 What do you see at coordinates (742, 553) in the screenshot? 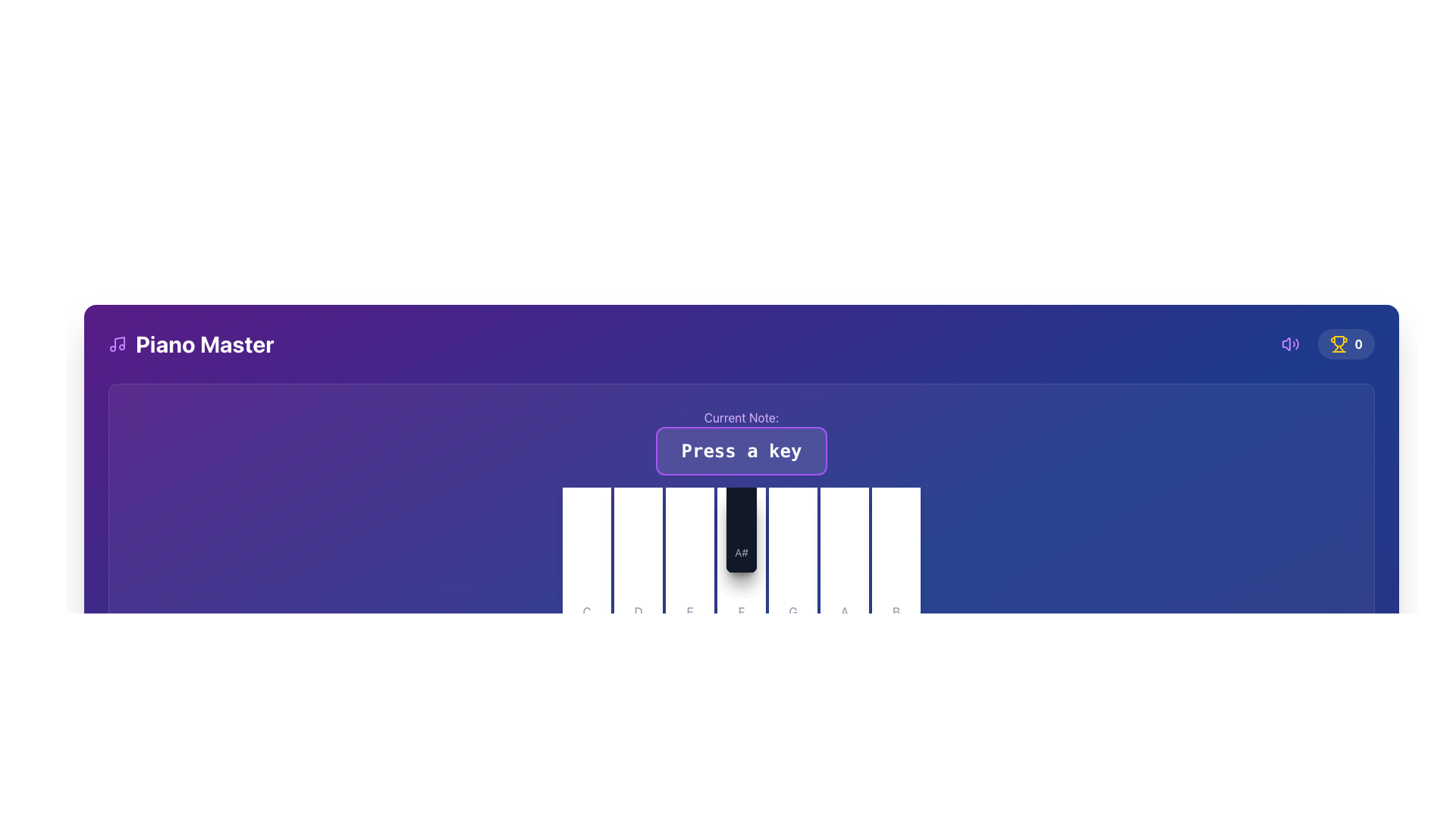
I see `the static text label indicating the musical note 'D#', which is centrally aligned with the black piano key corresponding to D#` at bounding box center [742, 553].